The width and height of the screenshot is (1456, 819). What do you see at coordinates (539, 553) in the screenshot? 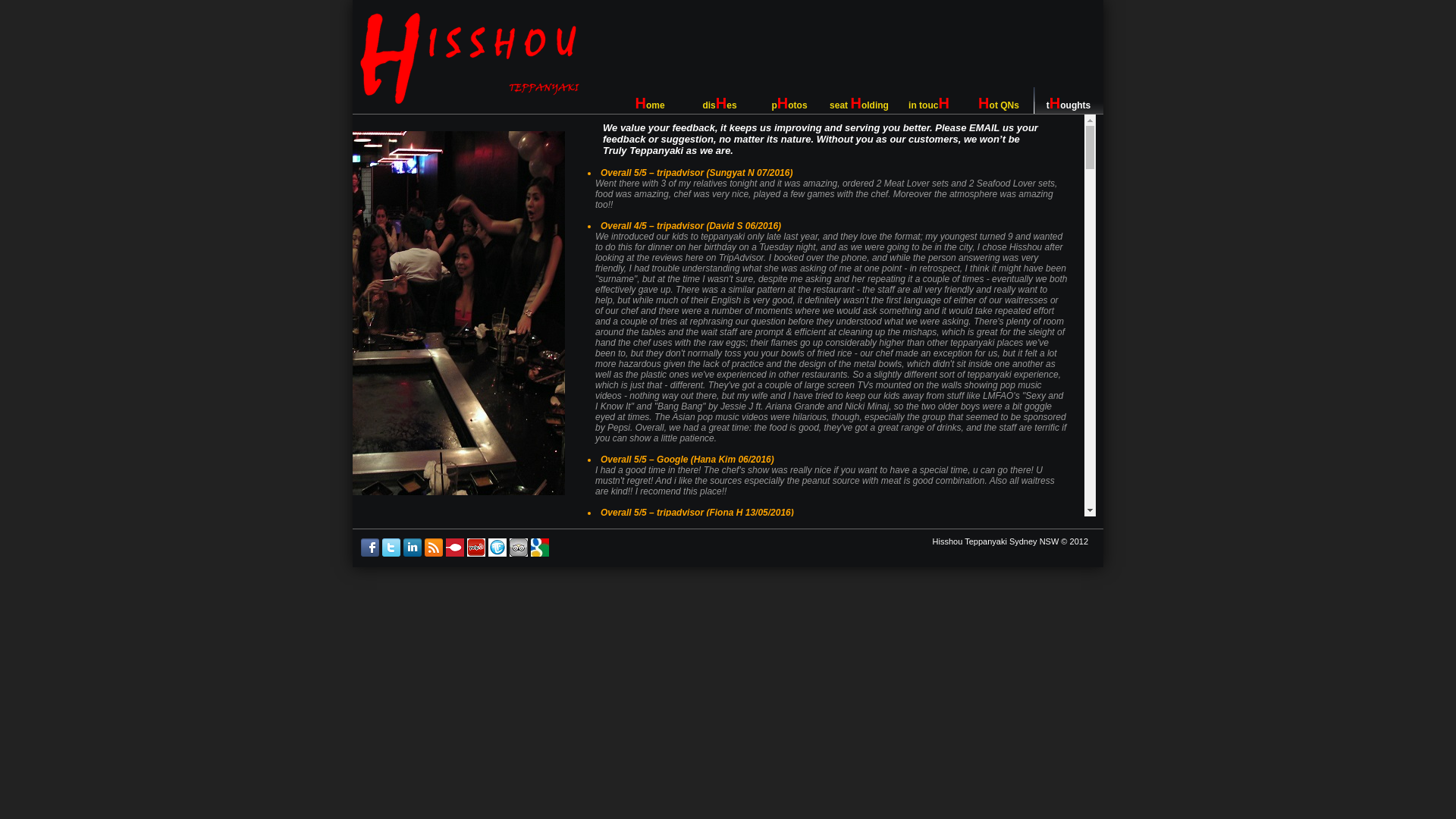
I see `'google'` at bounding box center [539, 553].